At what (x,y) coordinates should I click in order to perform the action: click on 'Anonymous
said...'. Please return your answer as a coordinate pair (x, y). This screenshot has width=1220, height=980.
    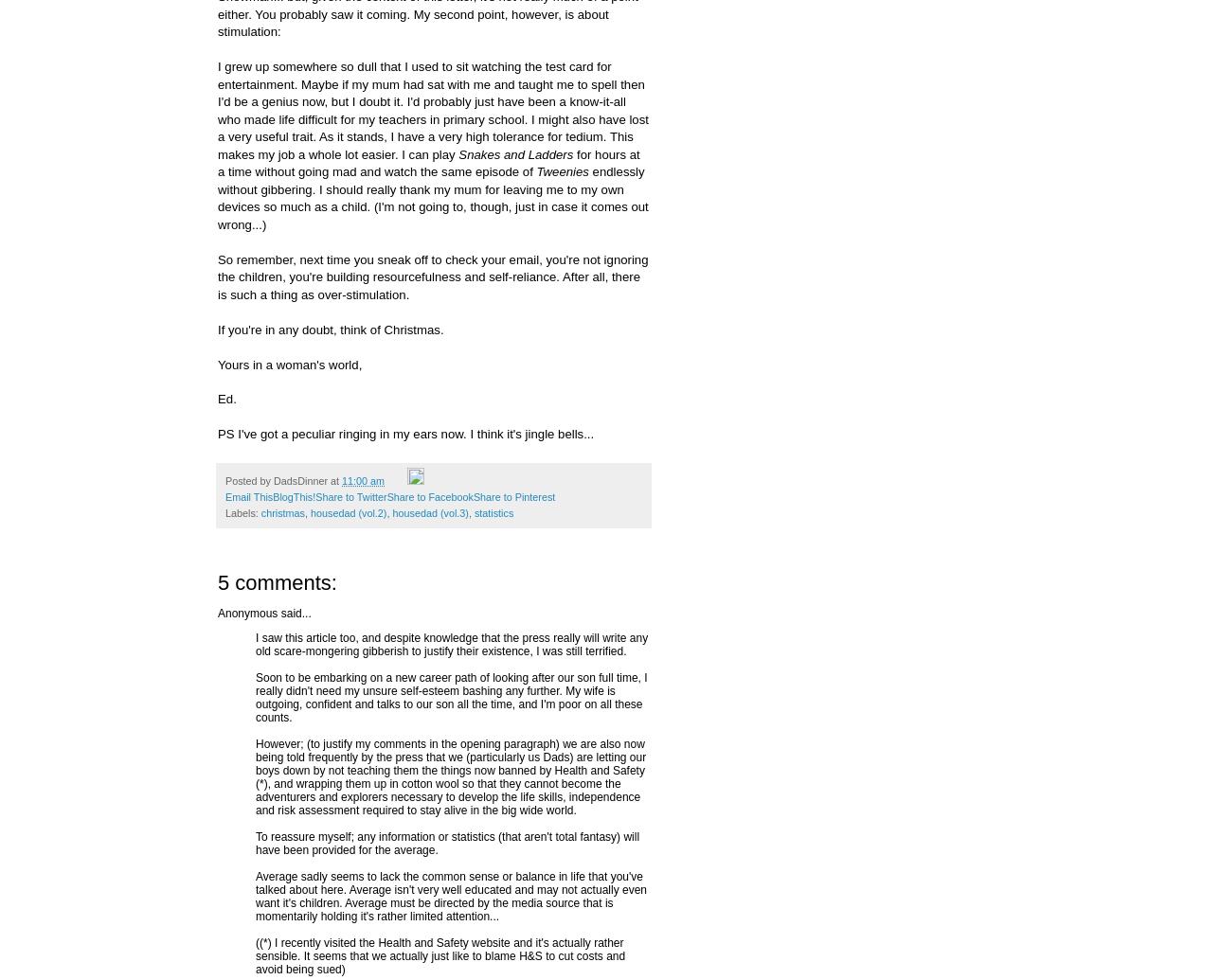
    Looking at the image, I should click on (263, 611).